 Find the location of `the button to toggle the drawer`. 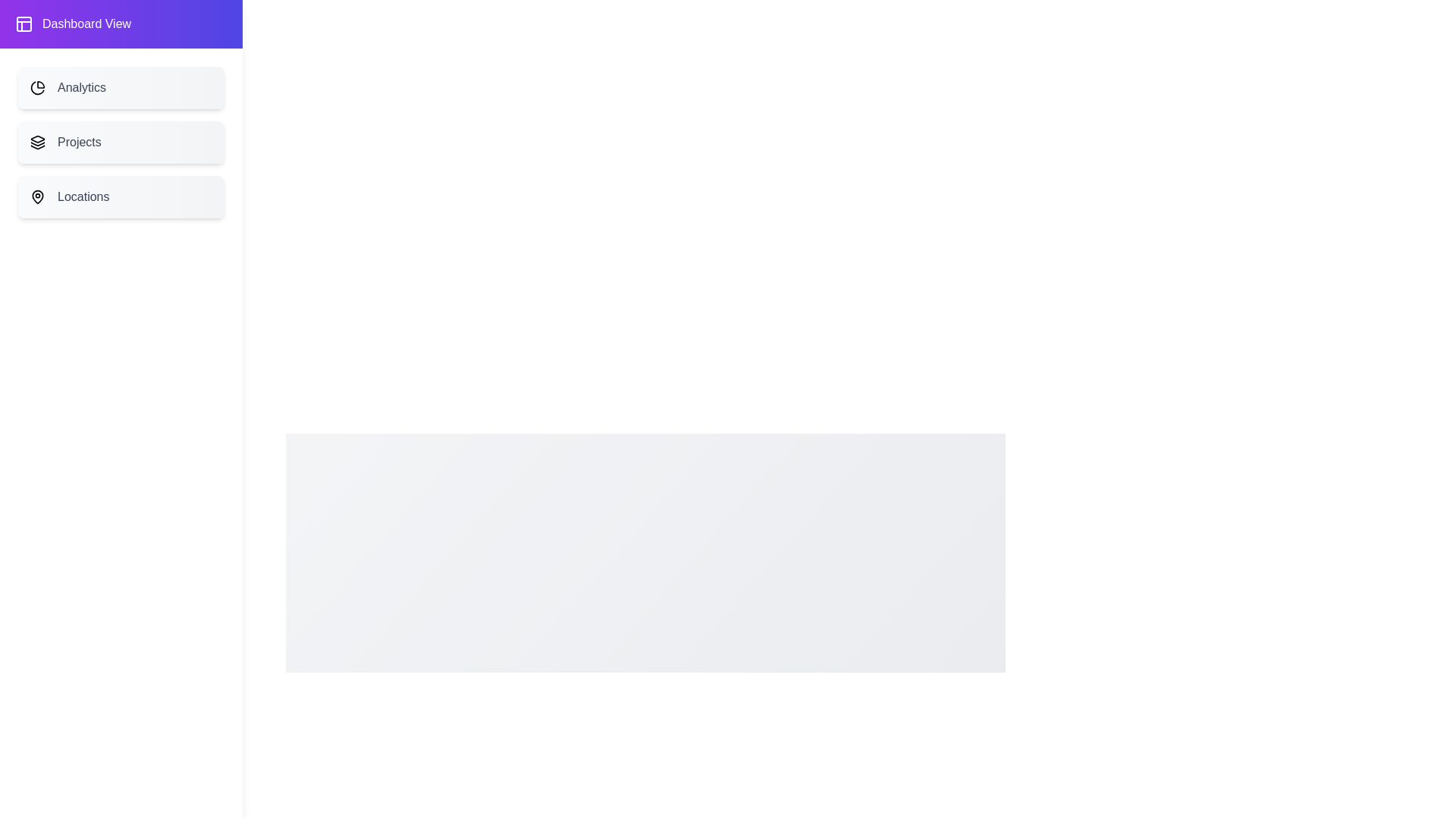

the button to toggle the drawer is located at coordinates (36, 38).